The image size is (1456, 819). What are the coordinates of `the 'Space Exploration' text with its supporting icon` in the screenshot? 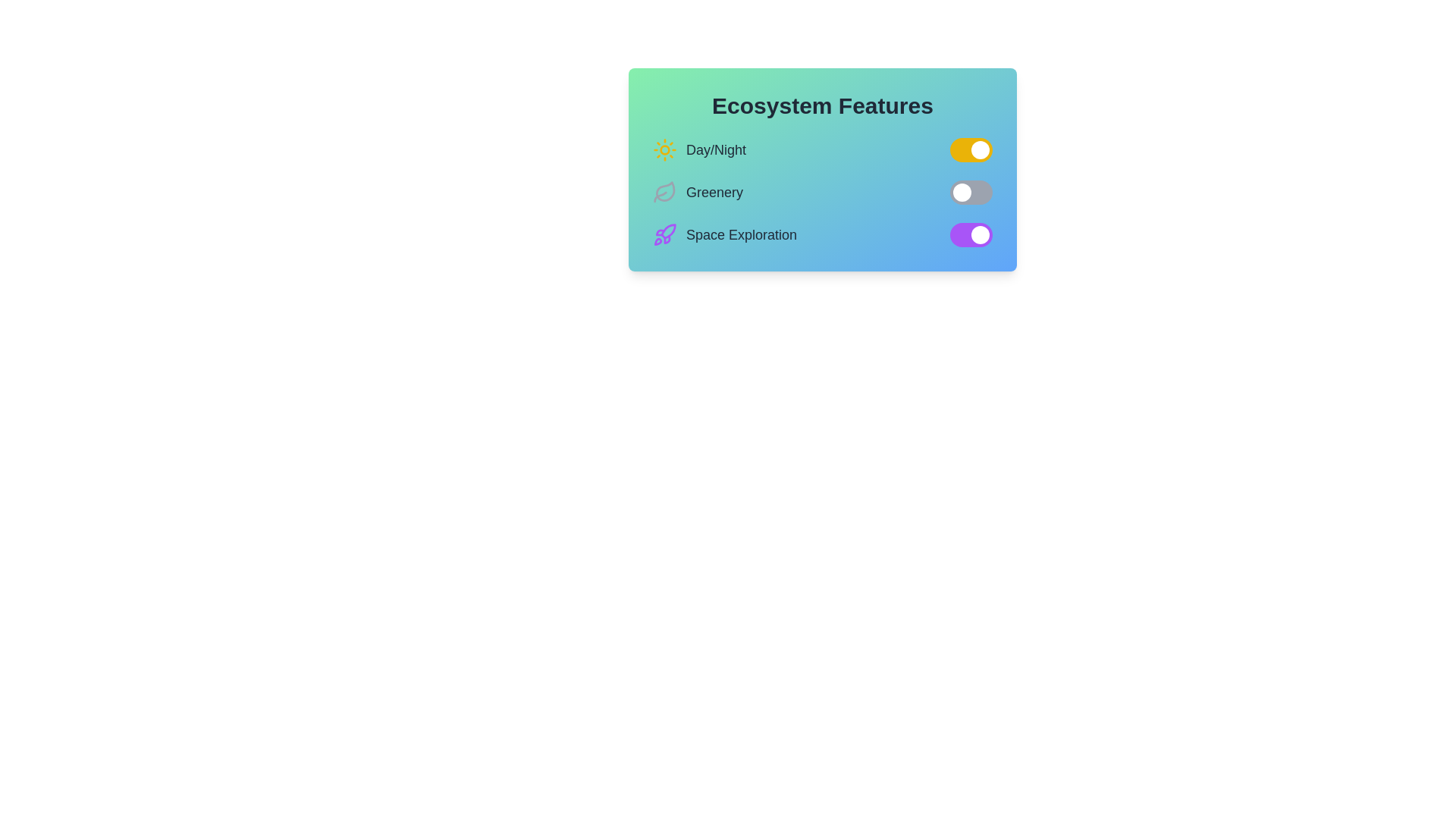 It's located at (723, 234).